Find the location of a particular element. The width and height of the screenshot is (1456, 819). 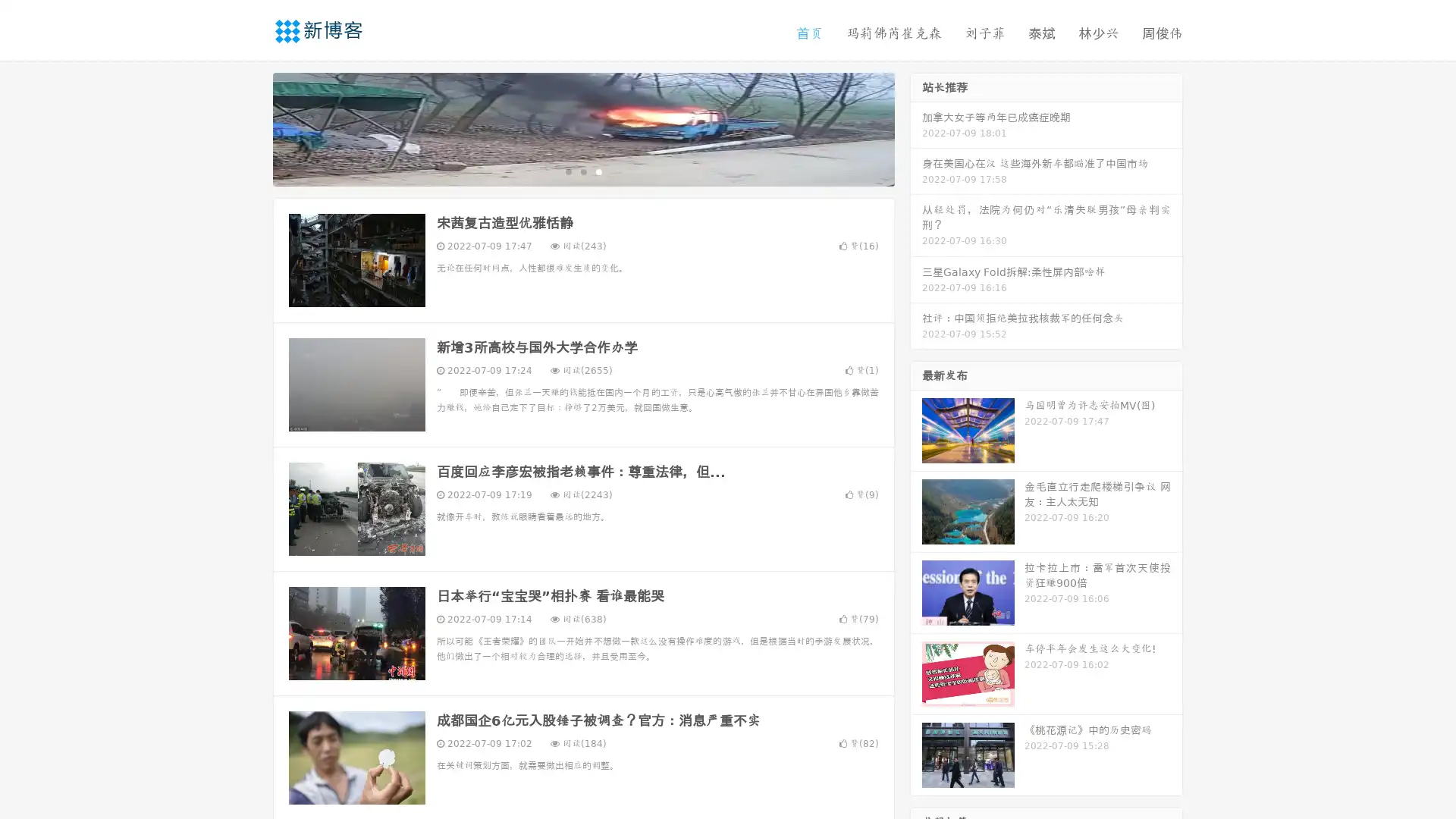

Go to slide 1 is located at coordinates (567, 171).